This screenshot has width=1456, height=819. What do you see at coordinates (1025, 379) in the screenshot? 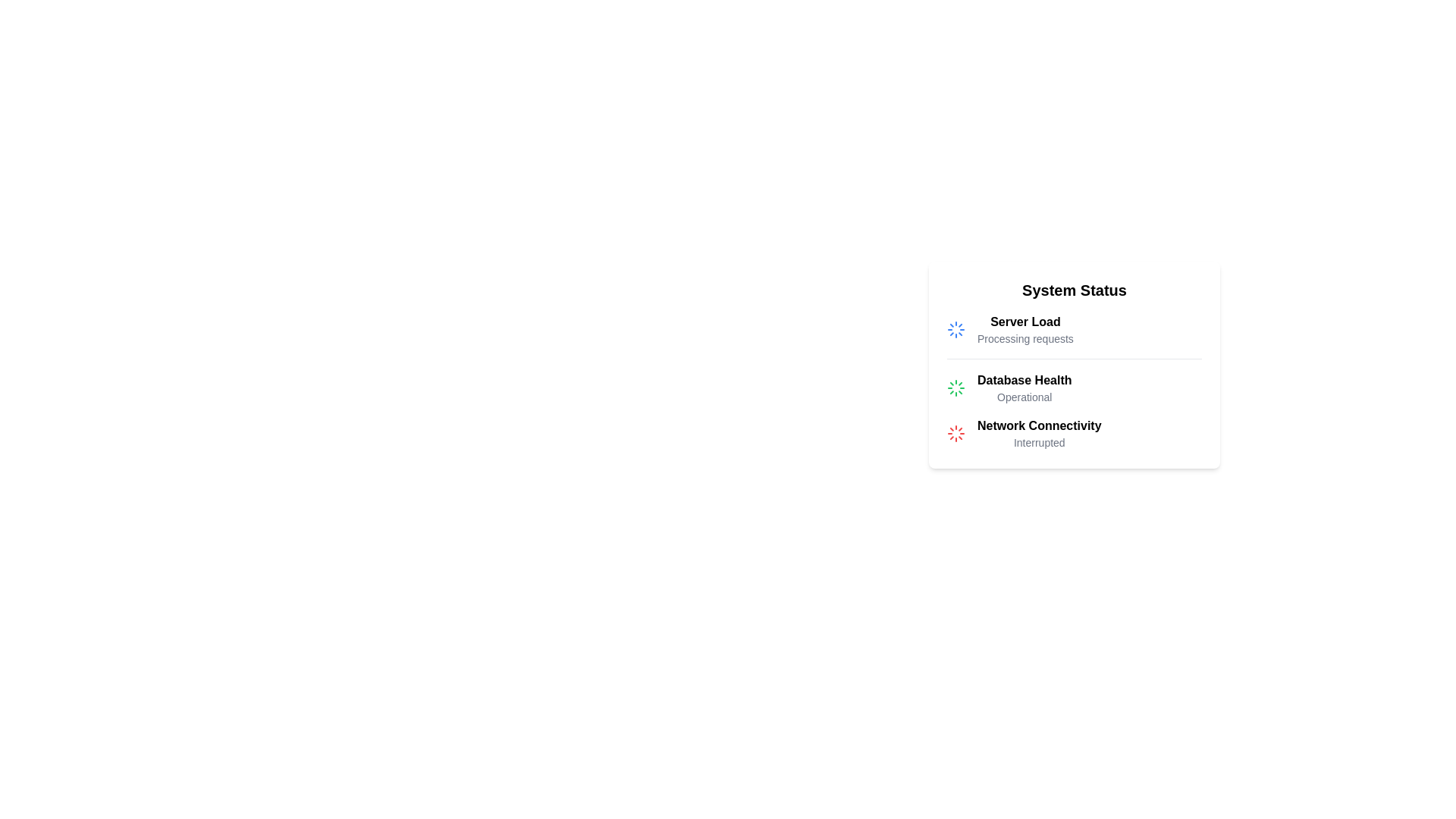
I see `the bold text label 'Database Health' which is part of the 'System Status' panel, positioned below 'Server Load' and above 'Network Connectivity'` at bounding box center [1025, 379].